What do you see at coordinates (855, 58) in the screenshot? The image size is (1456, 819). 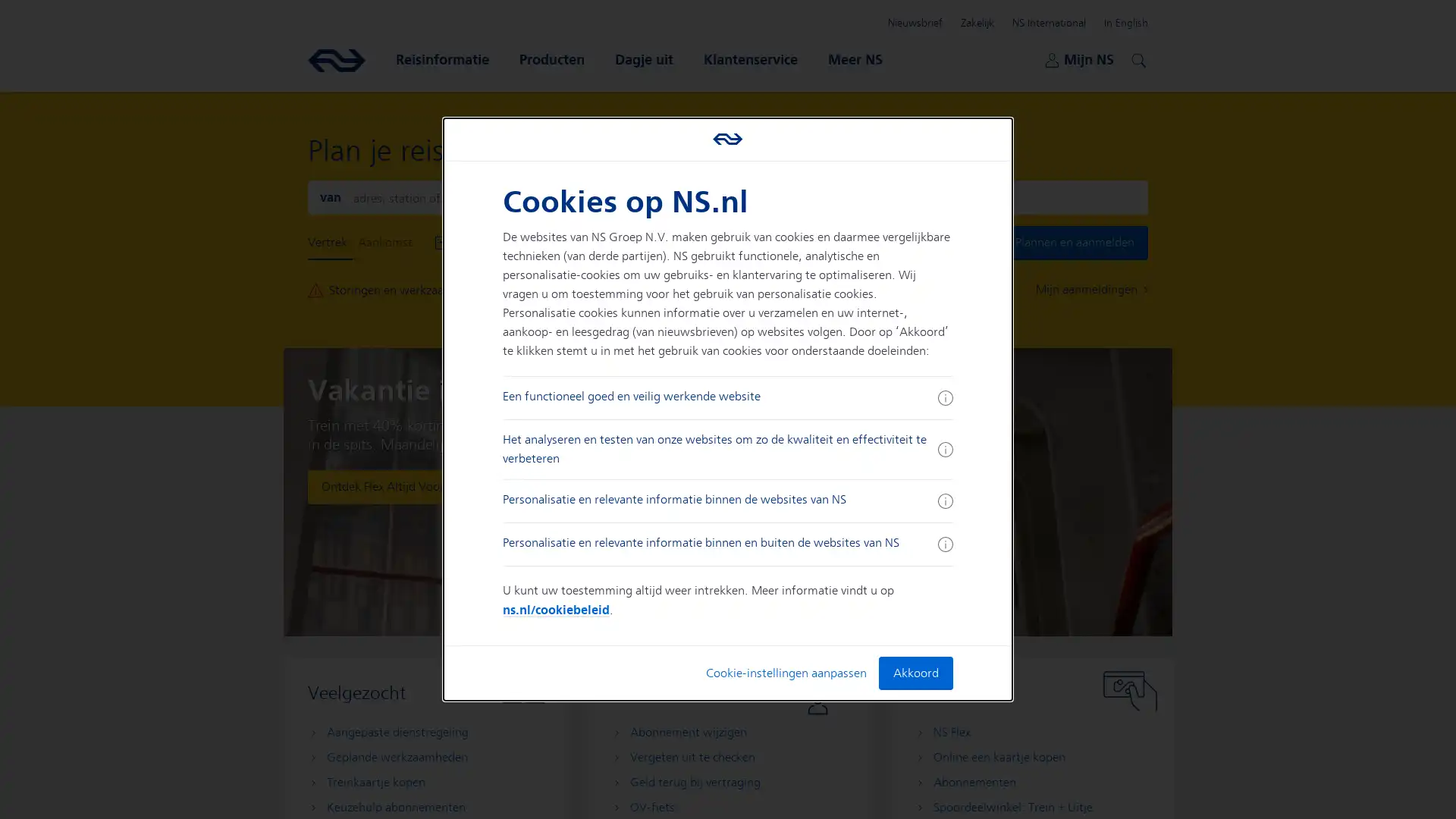 I see `Meer NS Open submenu` at bounding box center [855, 58].